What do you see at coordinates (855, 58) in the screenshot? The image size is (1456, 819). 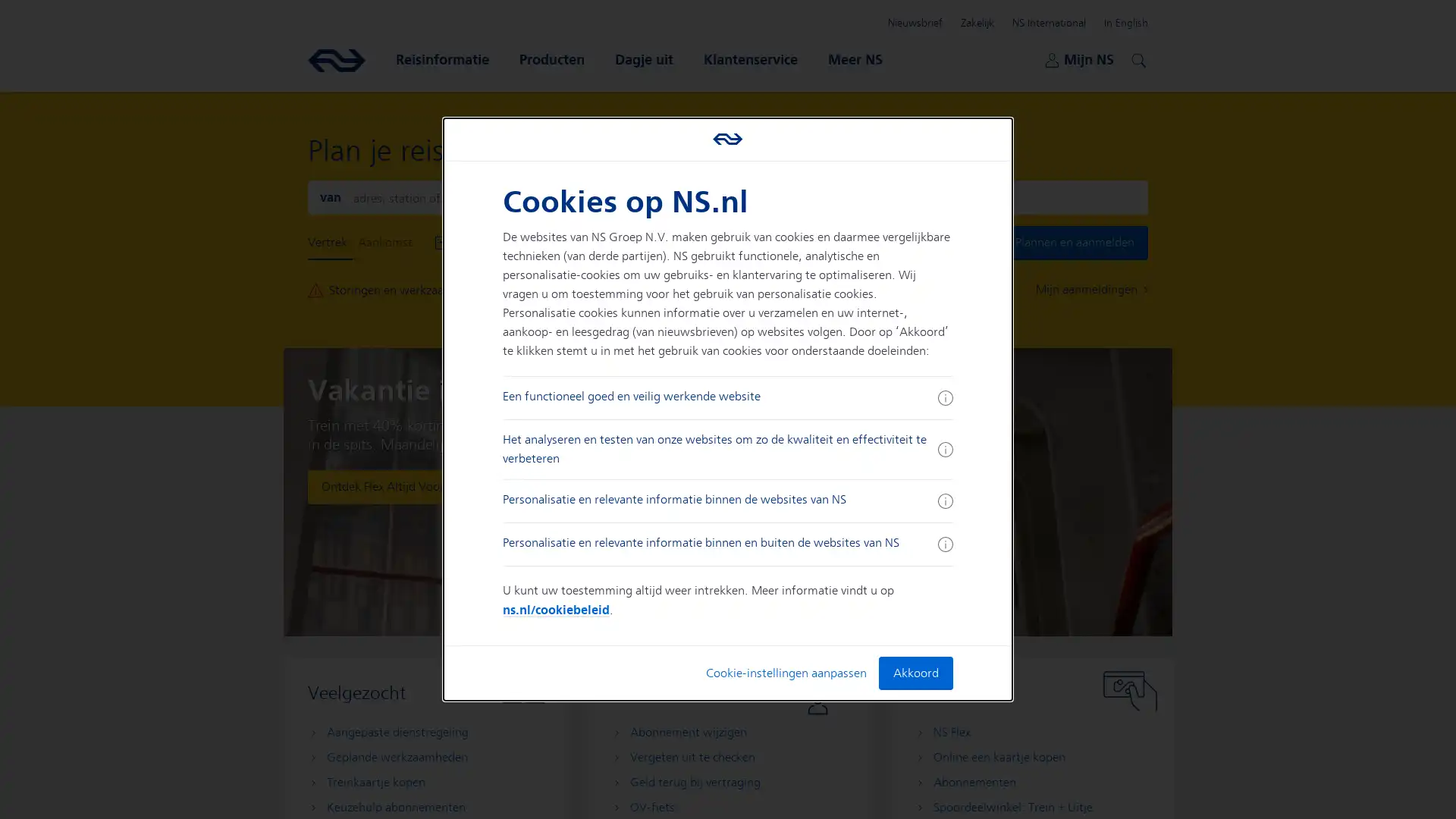 I see `Meer NS Open submenu` at bounding box center [855, 58].